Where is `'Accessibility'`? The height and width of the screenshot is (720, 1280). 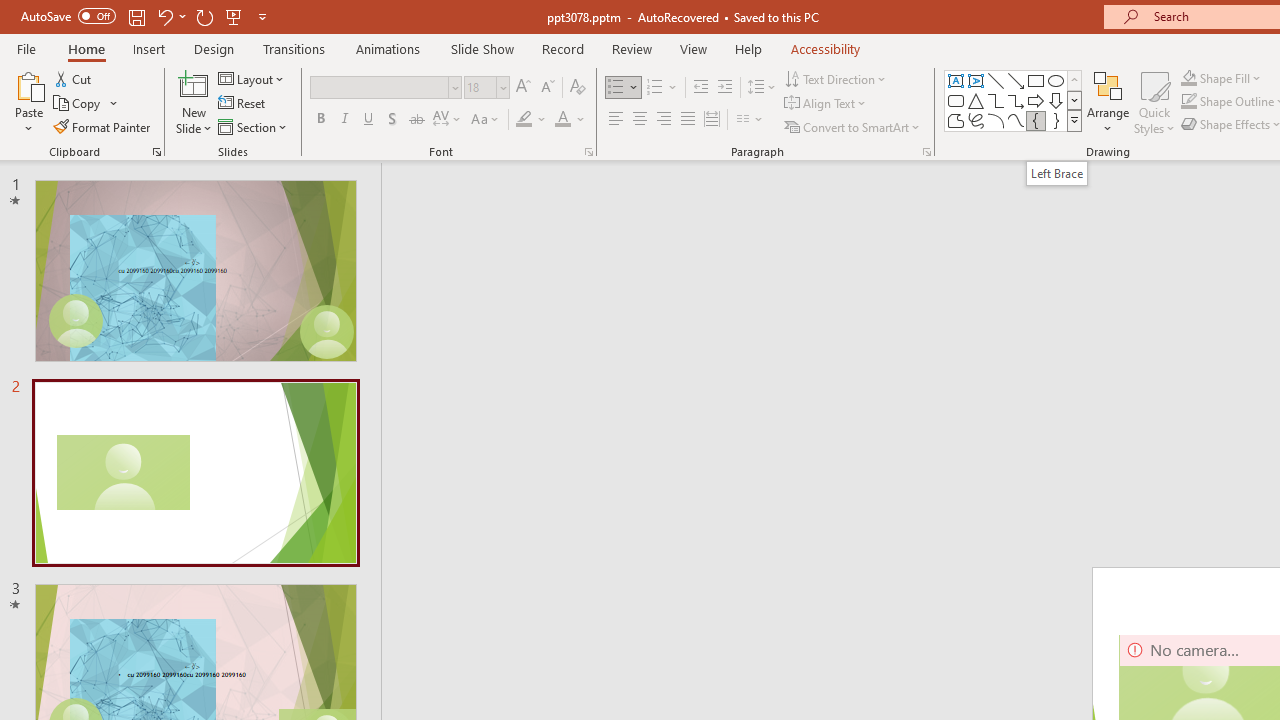
'Accessibility' is located at coordinates (826, 48).